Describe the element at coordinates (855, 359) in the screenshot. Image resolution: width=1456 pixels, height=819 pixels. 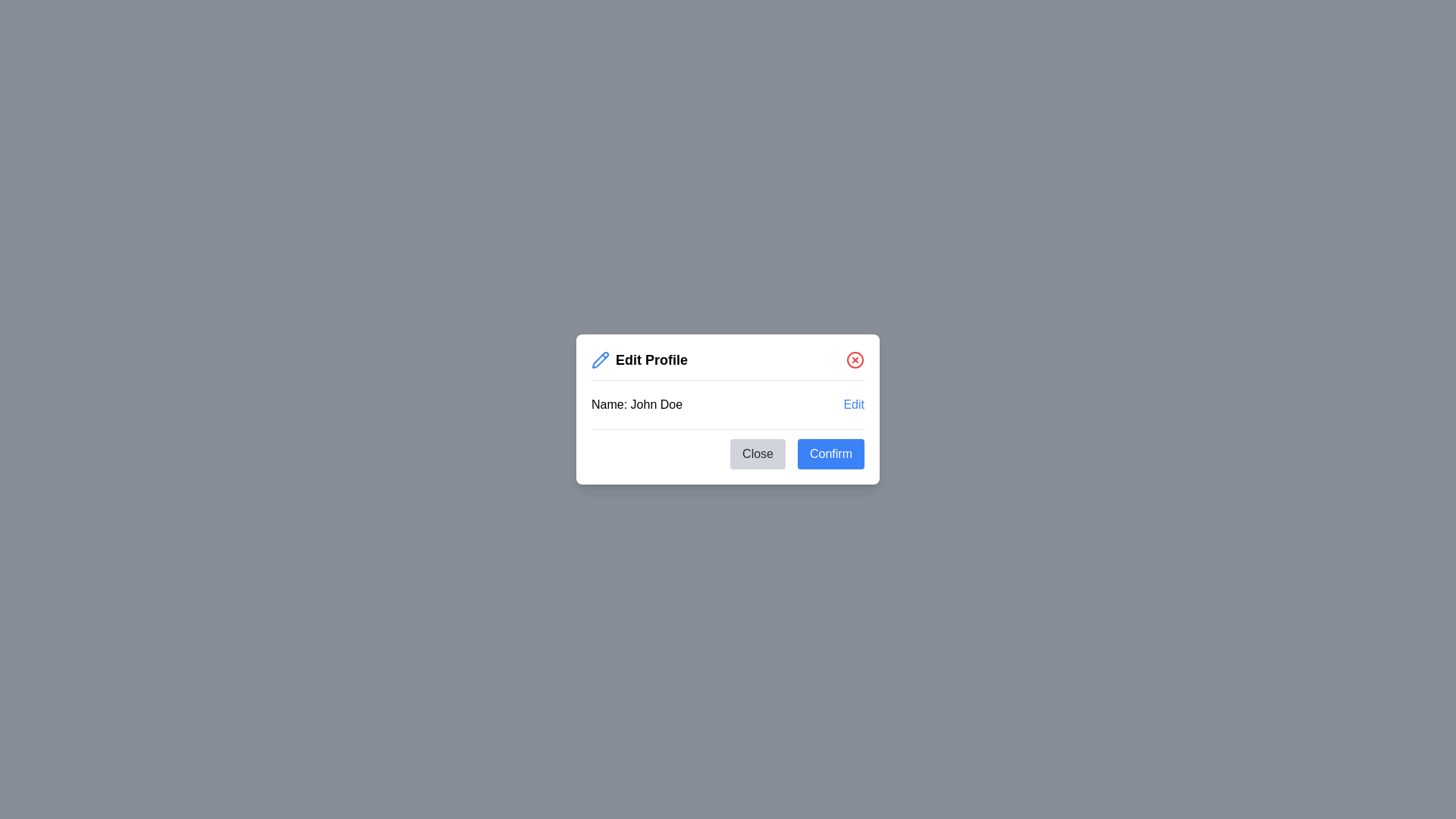
I see `the 'Close' button located in the top-right corner of the 'Edit Profile' modal dialog box` at that location.